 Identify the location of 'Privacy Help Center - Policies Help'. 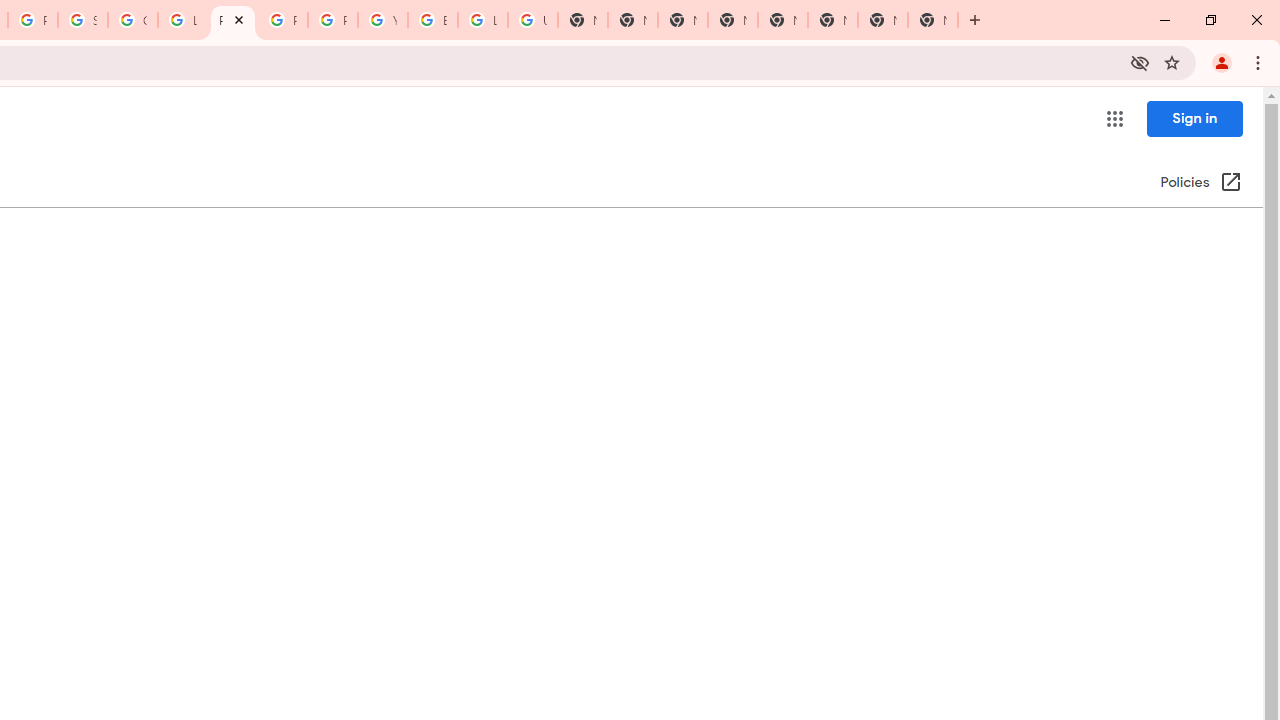
(232, 20).